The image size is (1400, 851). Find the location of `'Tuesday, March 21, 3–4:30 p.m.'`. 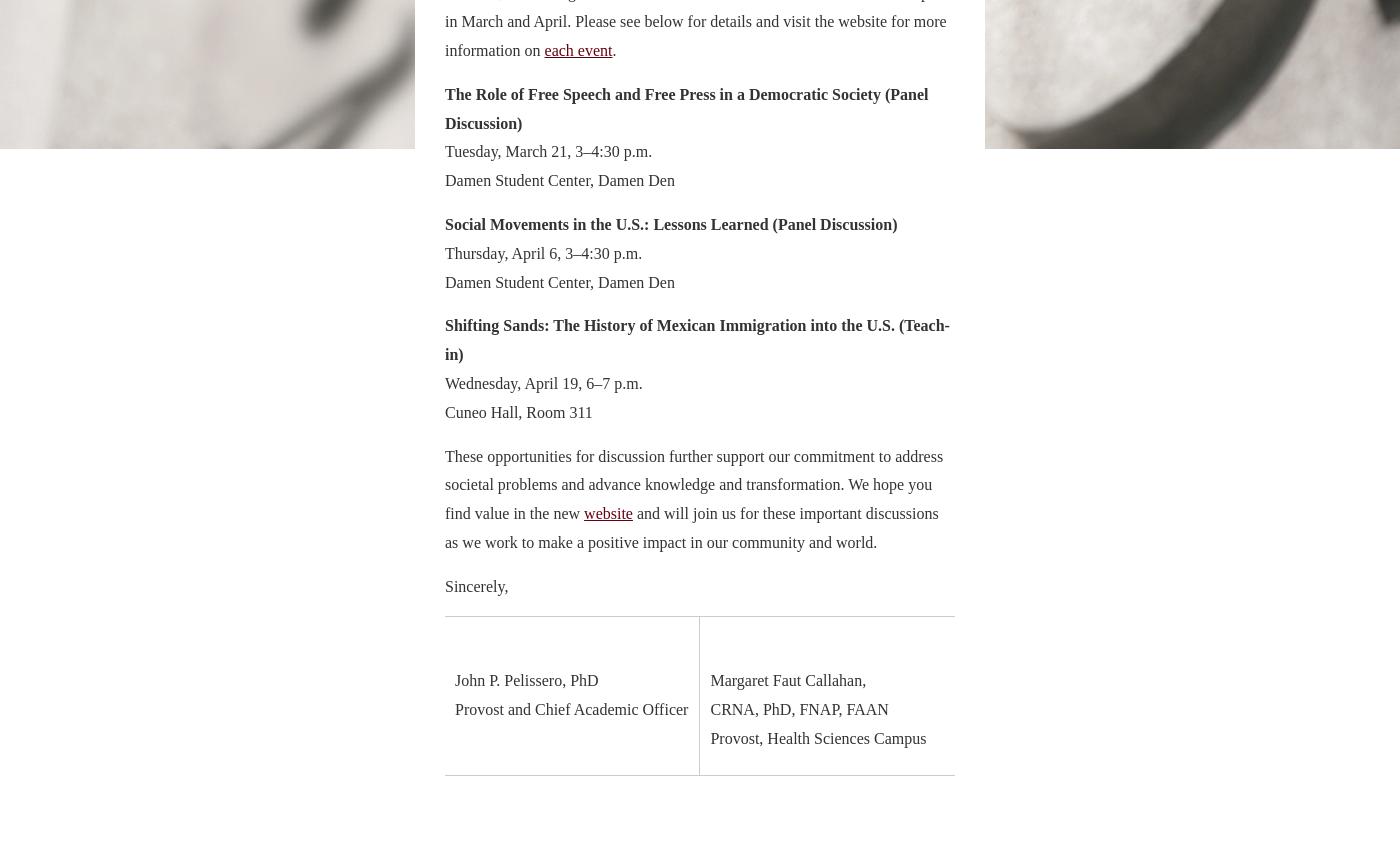

'Tuesday, March 21, 3–4:30 p.m.' is located at coordinates (445, 151).